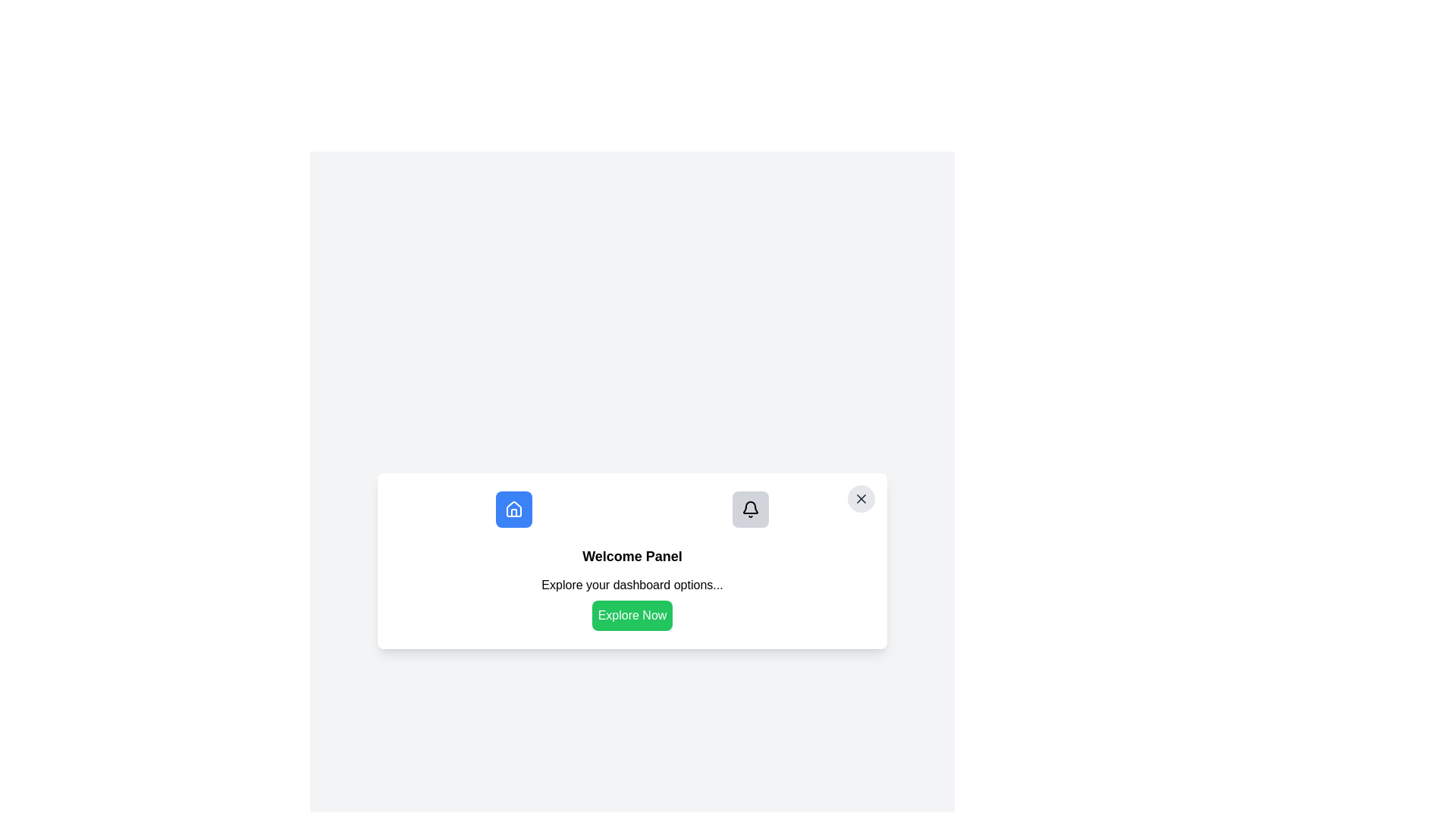 The width and height of the screenshot is (1456, 819). Describe the element at coordinates (861, 499) in the screenshot. I see `the 'X' shaped icon located at the top right corner of a white card interface, which is formed by two diagonal lines crossing each other` at that location.